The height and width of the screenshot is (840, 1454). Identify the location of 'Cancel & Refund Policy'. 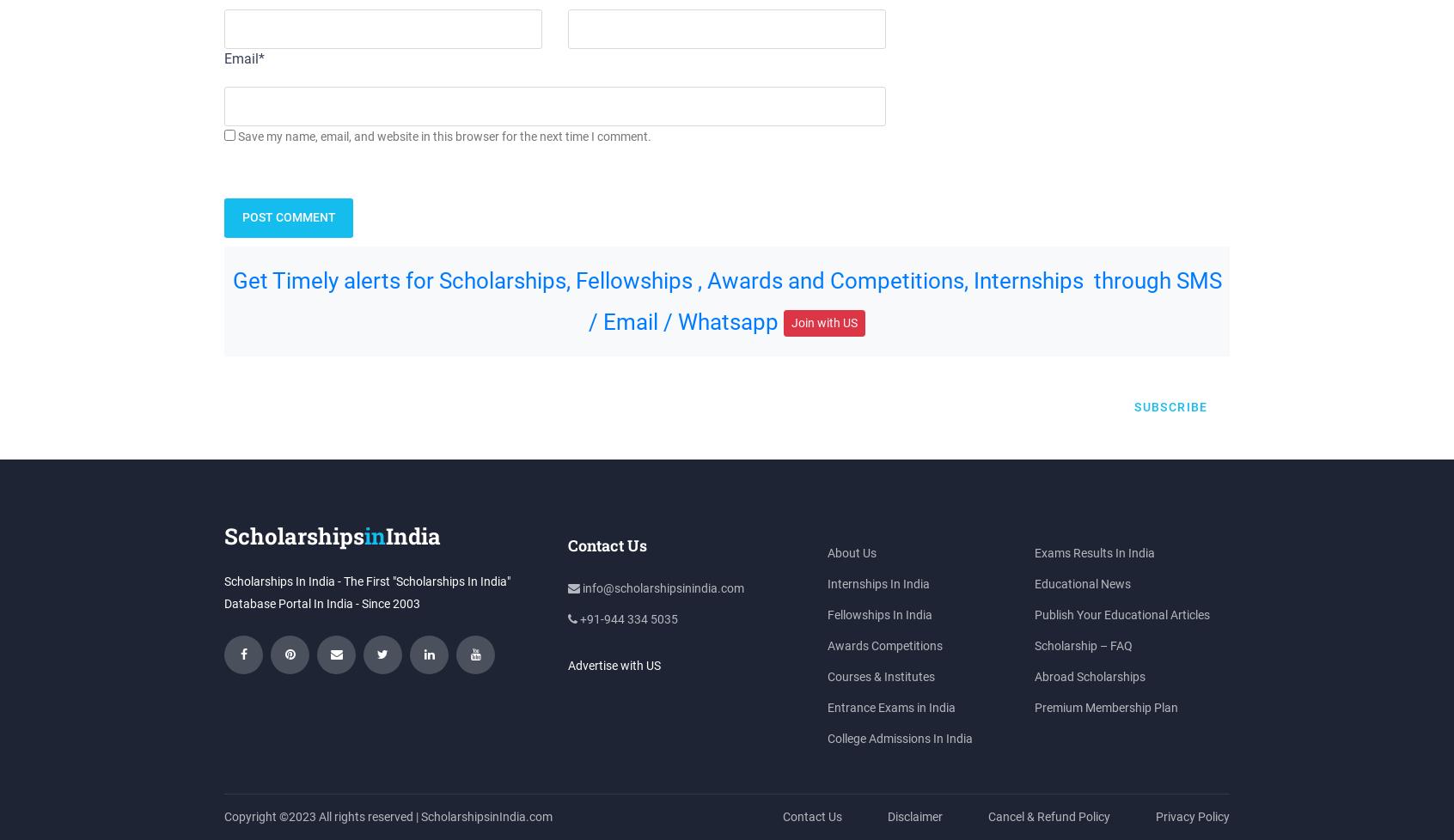
(987, 815).